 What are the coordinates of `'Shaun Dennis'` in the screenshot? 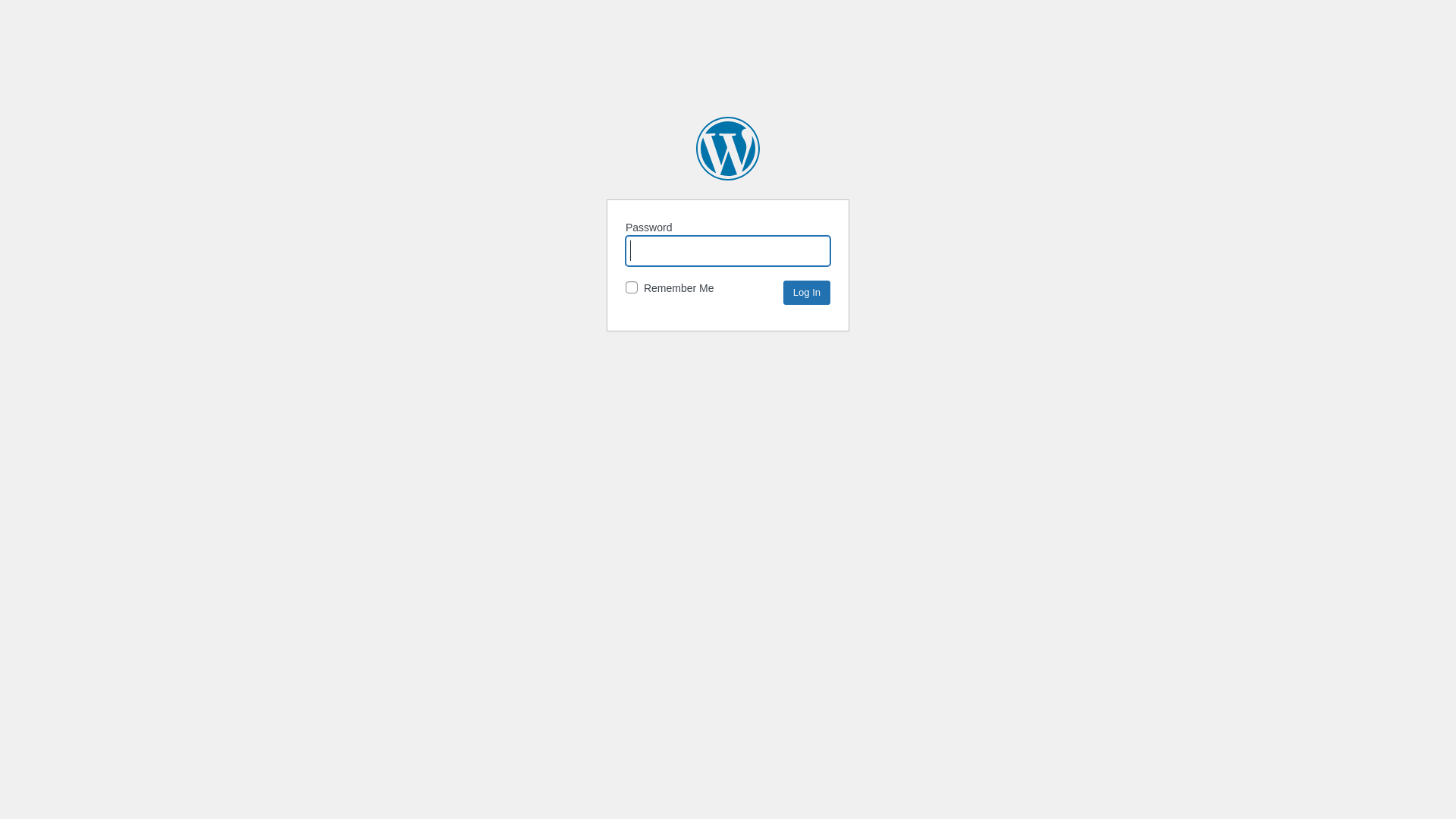 It's located at (695, 149).